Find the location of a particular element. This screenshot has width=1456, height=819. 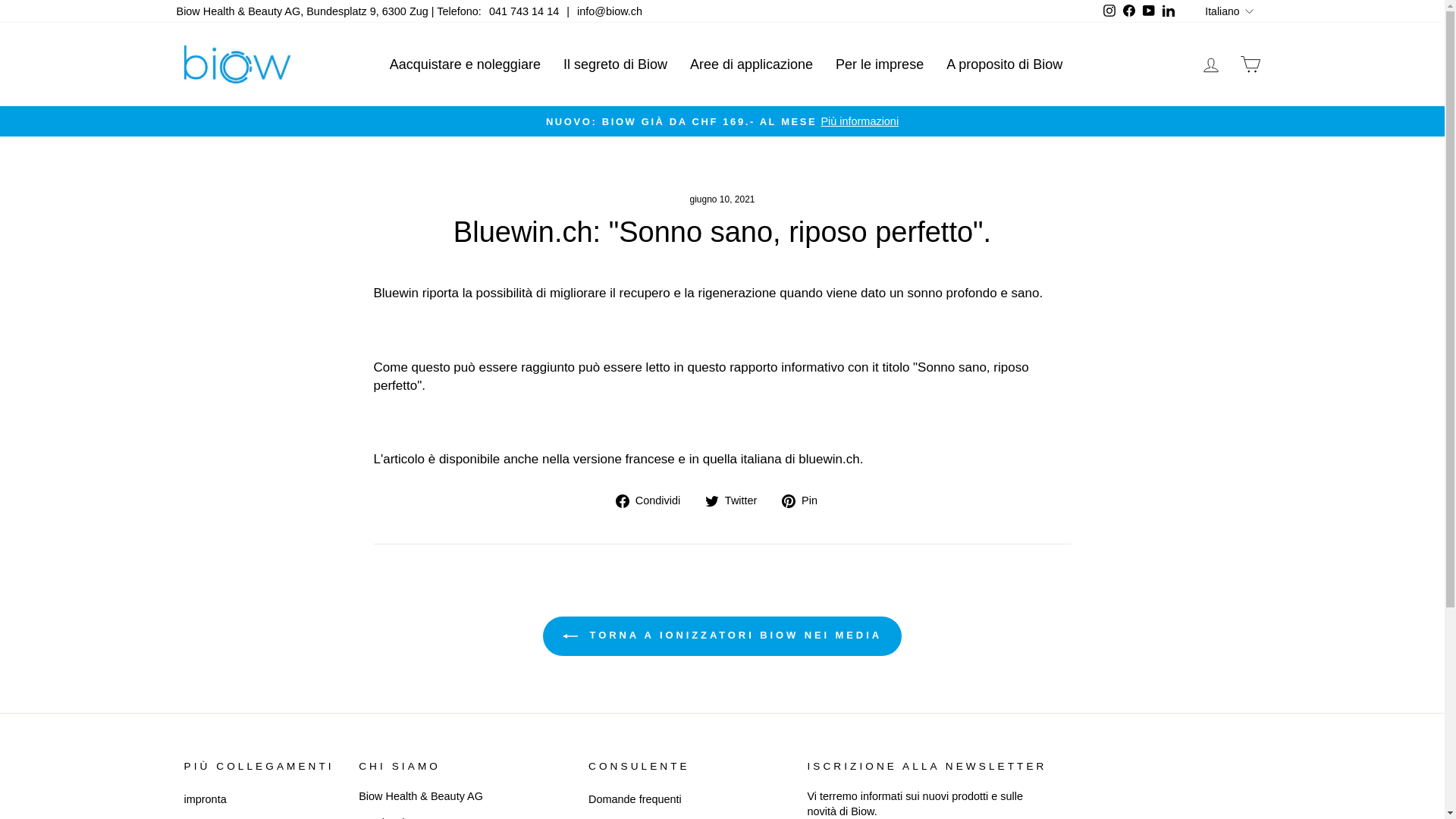

'TORNA A IONIZZATORI BIOW NEI MEDIA' is located at coordinates (721, 636).